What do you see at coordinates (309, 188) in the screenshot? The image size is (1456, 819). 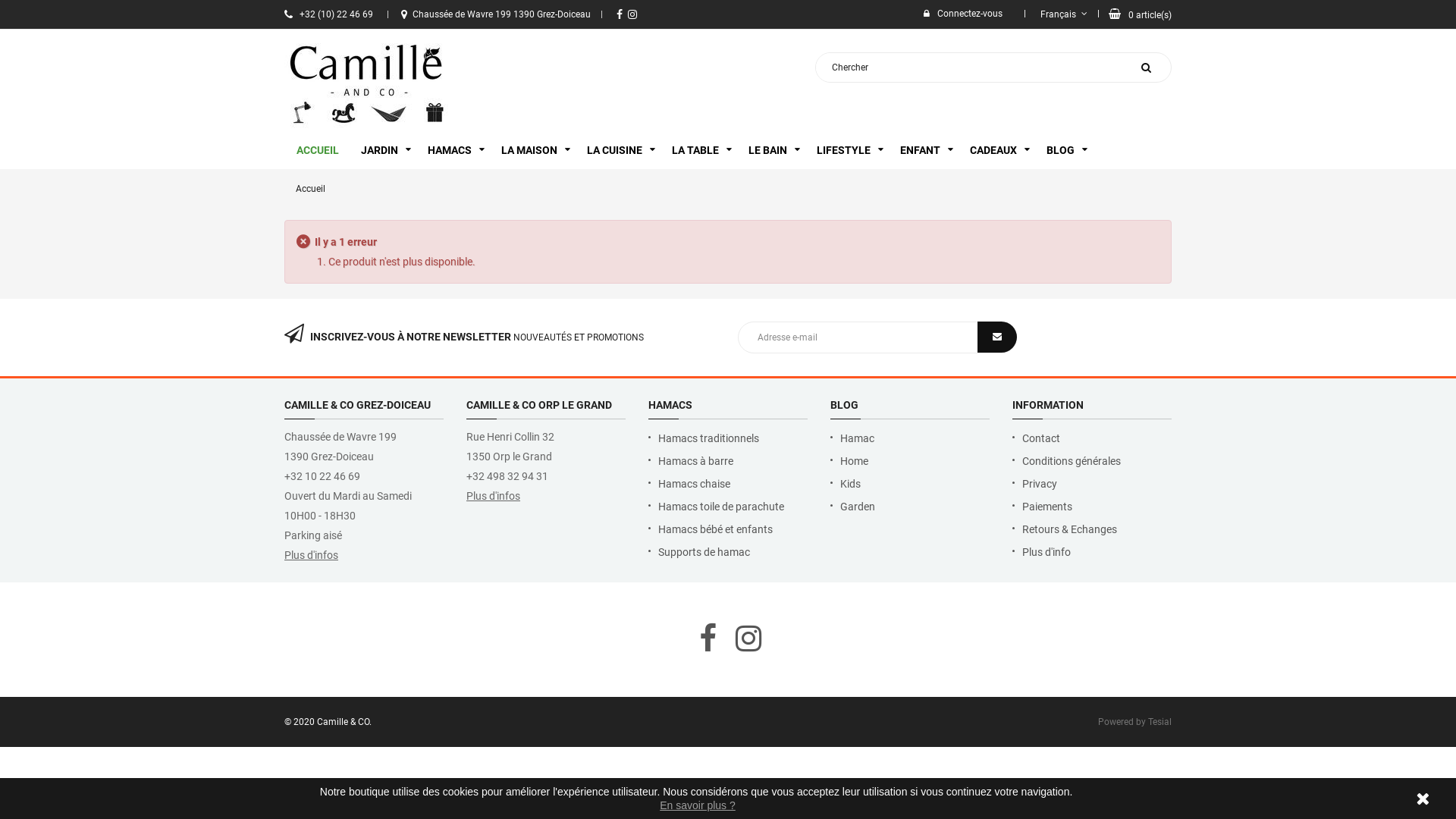 I see `'Accueil'` at bounding box center [309, 188].